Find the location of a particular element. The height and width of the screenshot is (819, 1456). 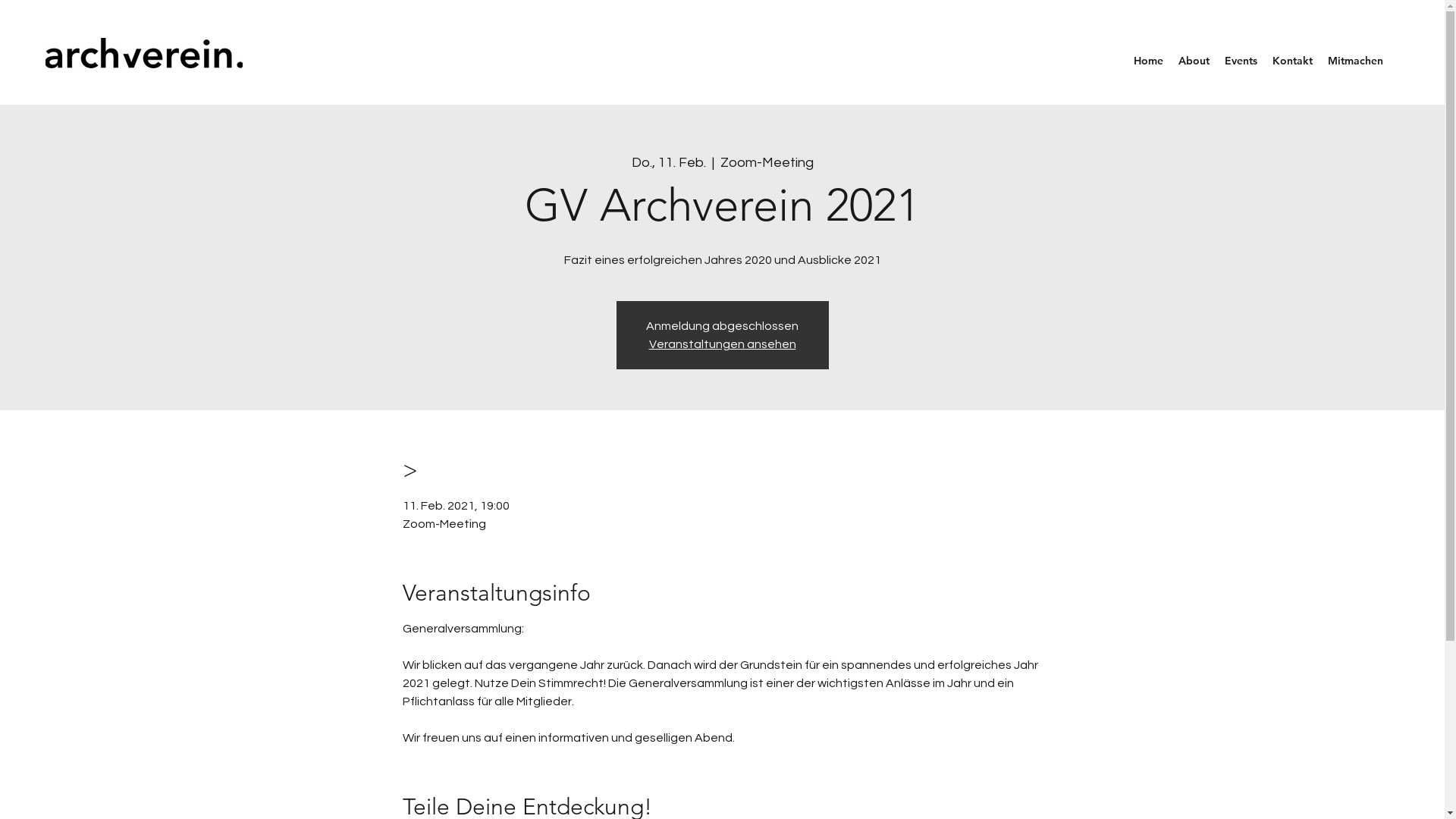

'About' is located at coordinates (1193, 60).